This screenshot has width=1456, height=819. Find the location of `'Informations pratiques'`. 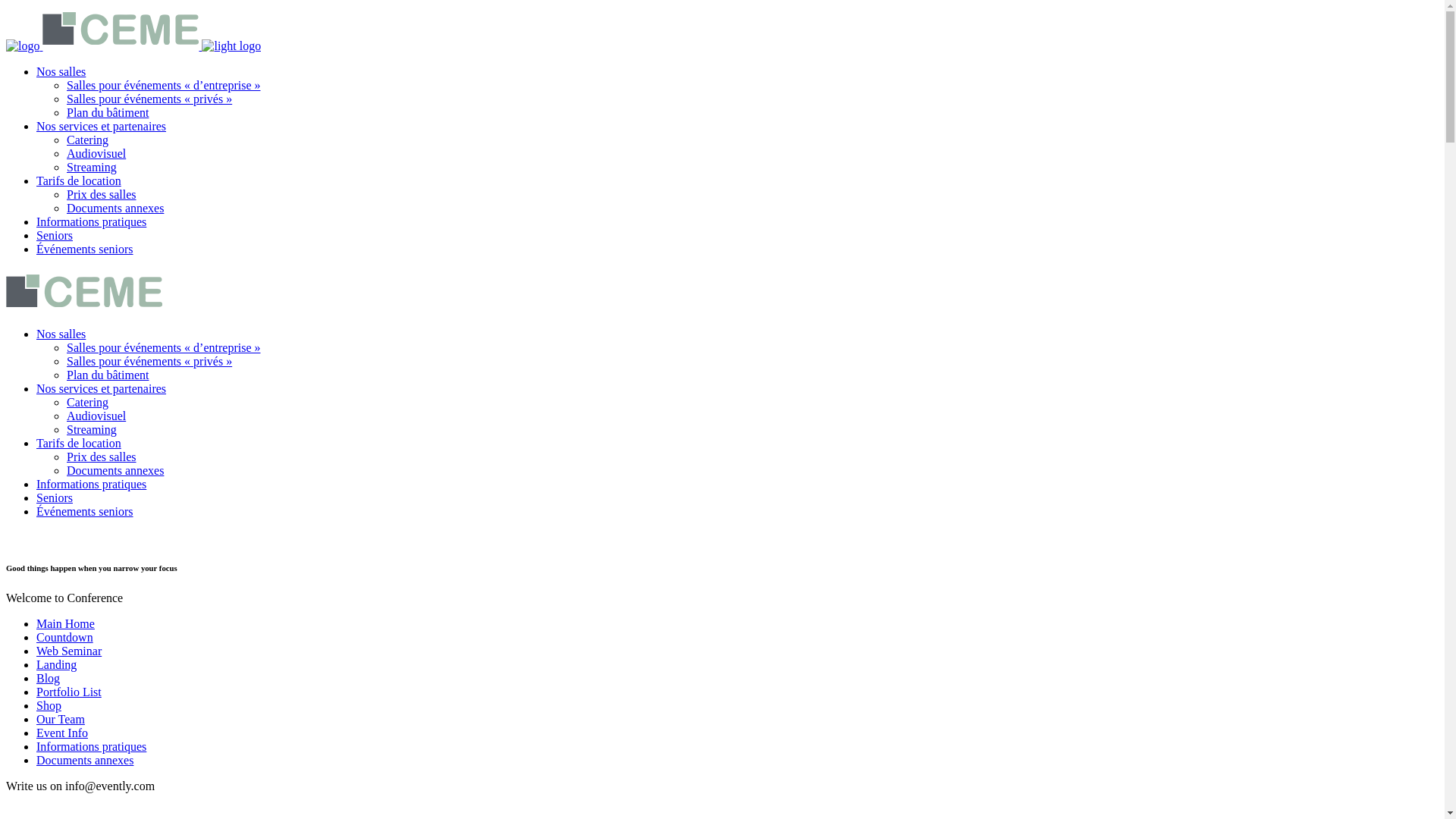

'Informations pratiques' is located at coordinates (36, 484).